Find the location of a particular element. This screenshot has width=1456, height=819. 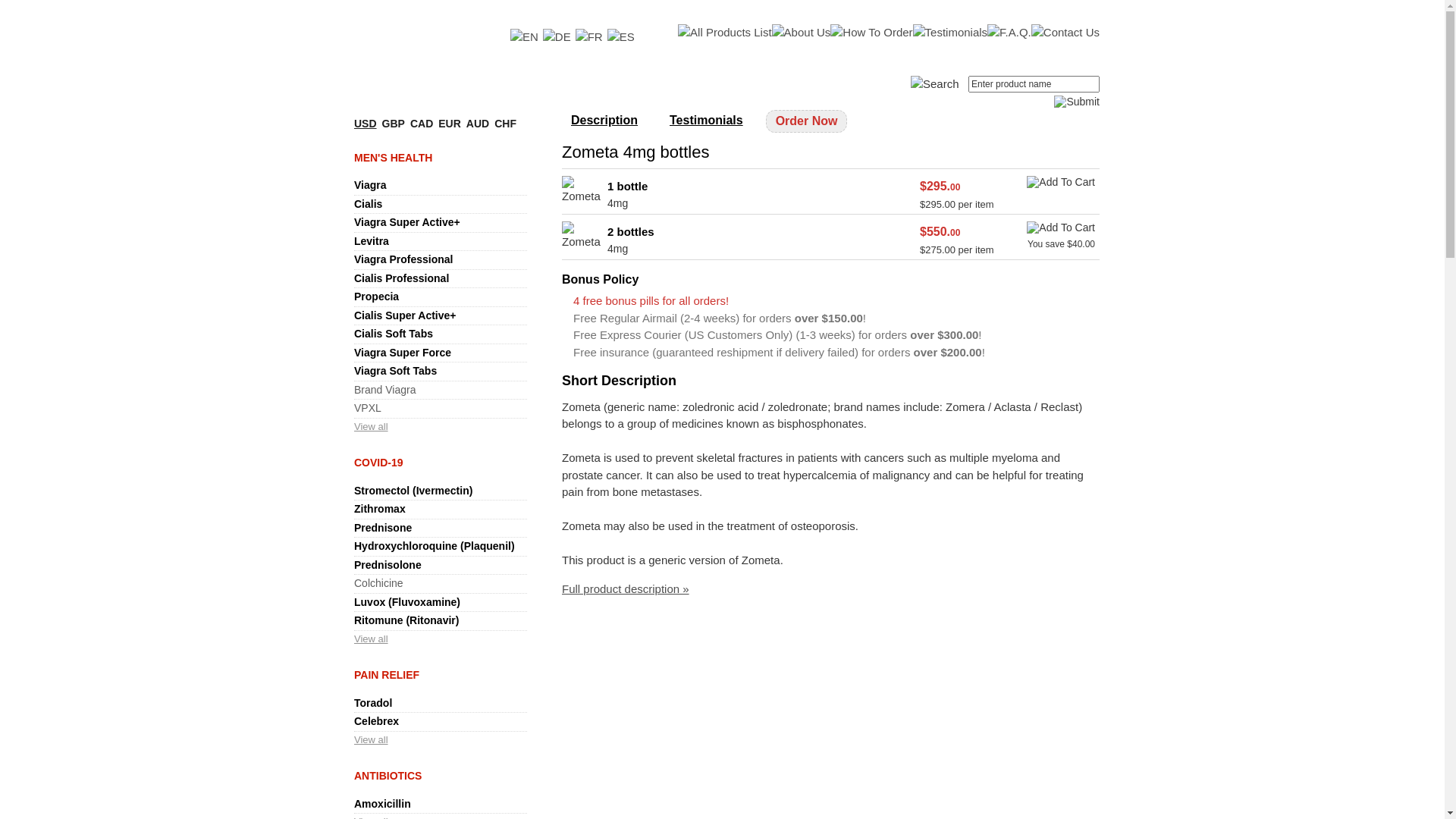

'CHF' is located at coordinates (505, 122).